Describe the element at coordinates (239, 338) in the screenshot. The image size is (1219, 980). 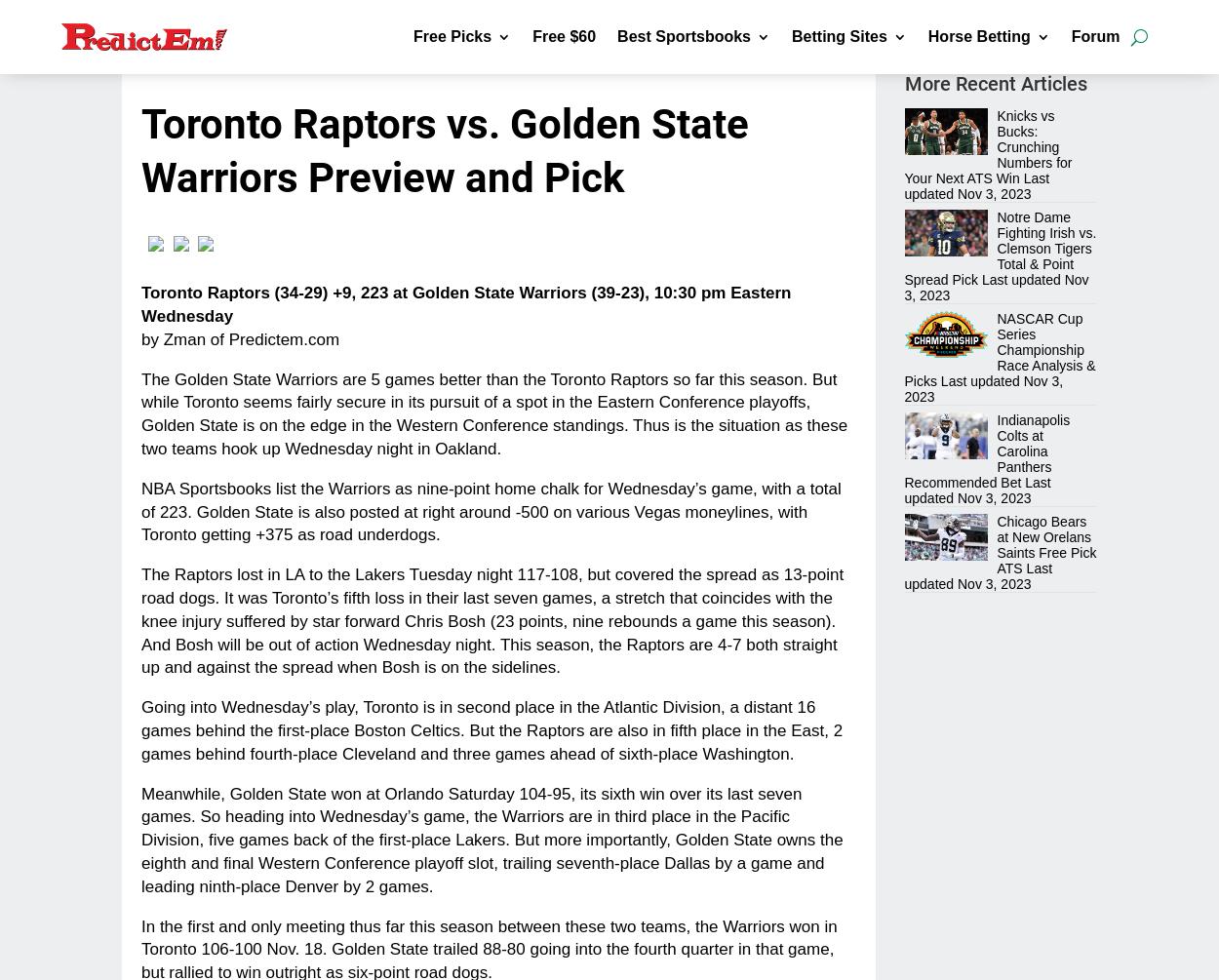
I see `'by Zman of Predictem.com'` at that location.